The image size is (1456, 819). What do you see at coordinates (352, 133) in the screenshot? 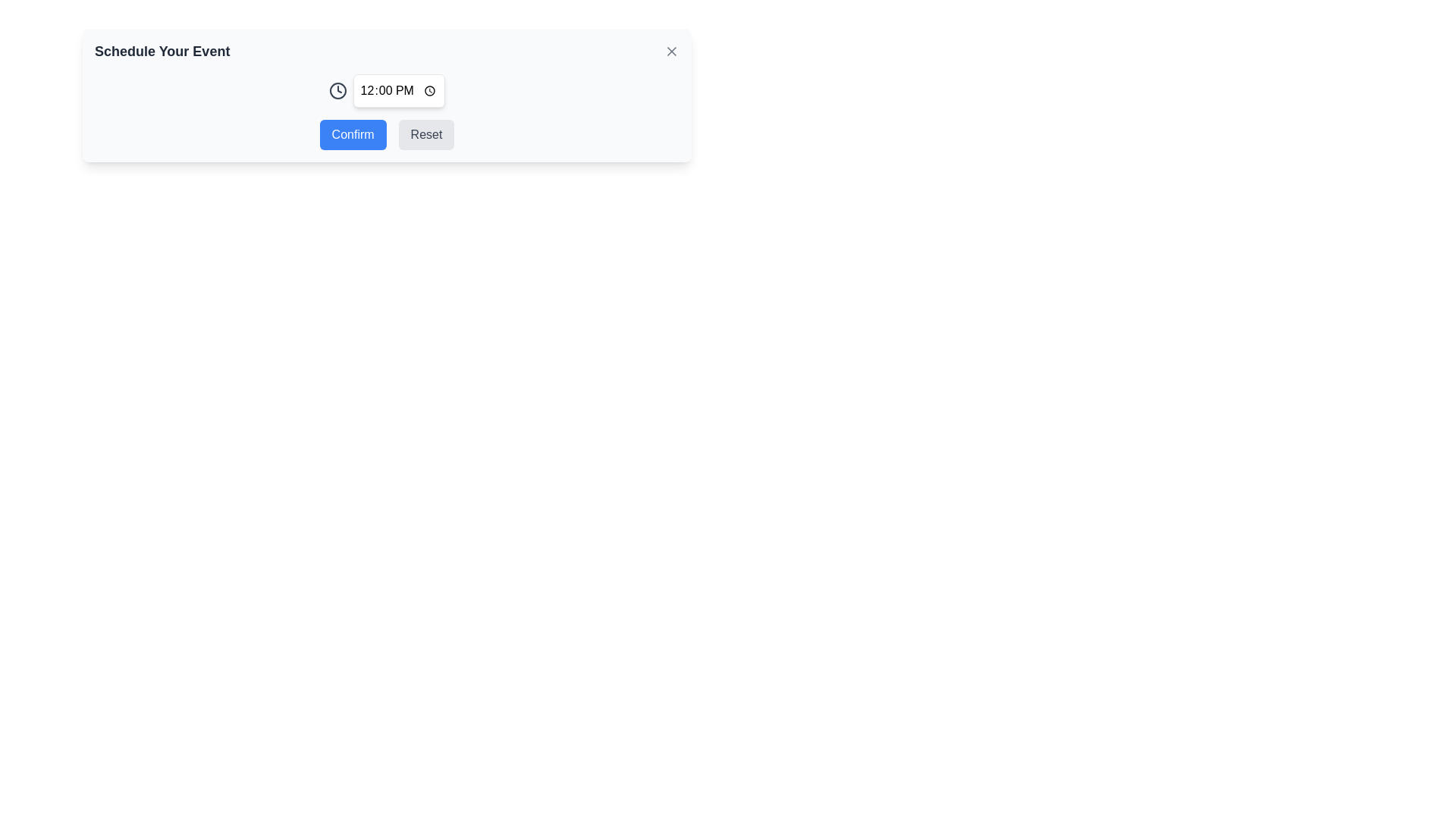
I see `the 'Confirm' button, a rectangular blue button with rounded corners displaying the text 'Confirm' in white, and press it using keyboard navigation` at bounding box center [352, 133].